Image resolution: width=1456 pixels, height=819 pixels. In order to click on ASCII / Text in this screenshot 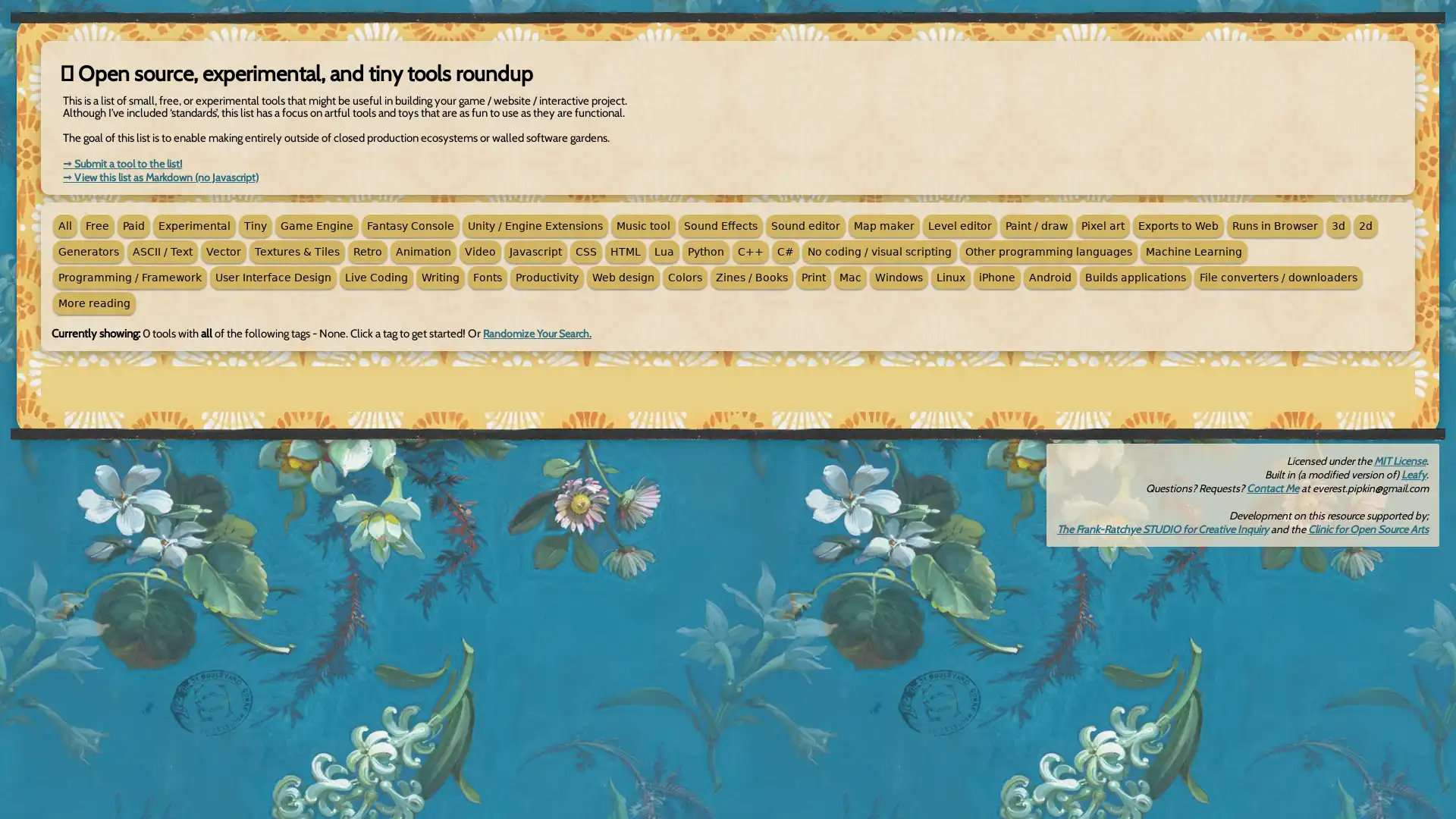, I will do `click(162, 250)`.